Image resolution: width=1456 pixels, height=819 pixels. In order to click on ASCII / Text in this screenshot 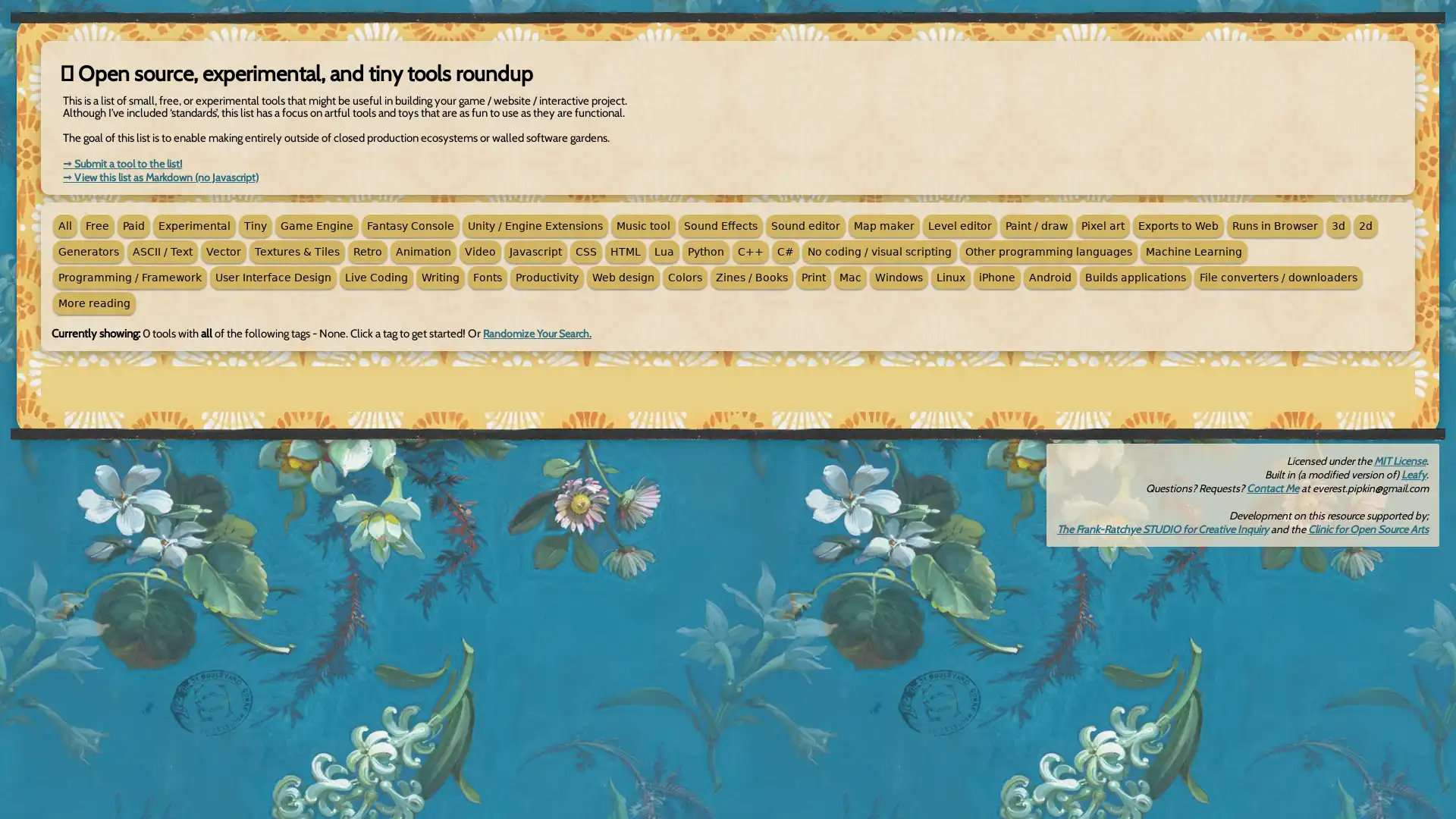, I will do `click(162, 250)`.